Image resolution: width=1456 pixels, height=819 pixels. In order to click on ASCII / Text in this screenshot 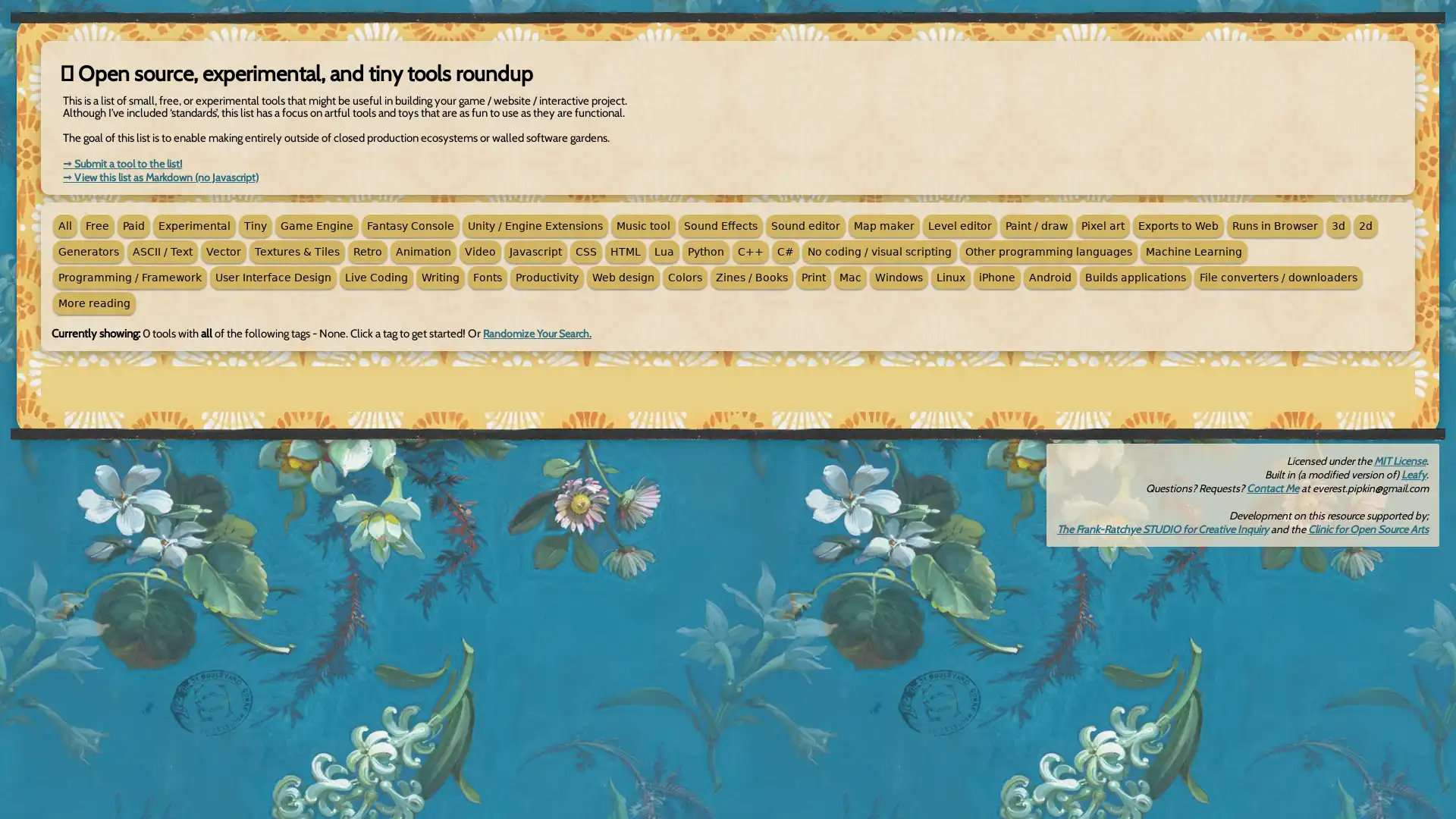, I will do `click(162, 250)`.